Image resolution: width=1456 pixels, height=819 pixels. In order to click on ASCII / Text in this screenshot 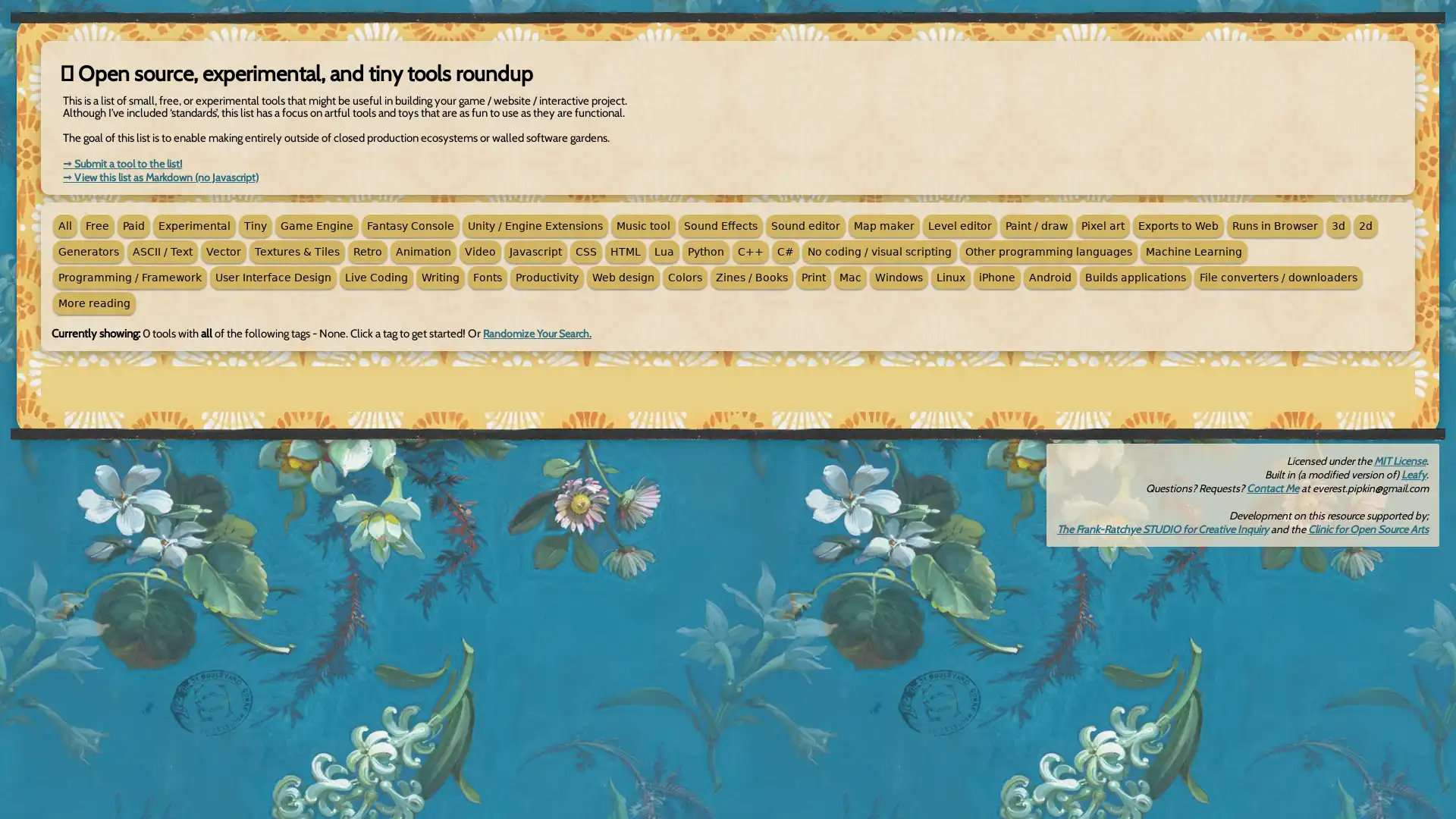, I will do `click(162, 250)`.